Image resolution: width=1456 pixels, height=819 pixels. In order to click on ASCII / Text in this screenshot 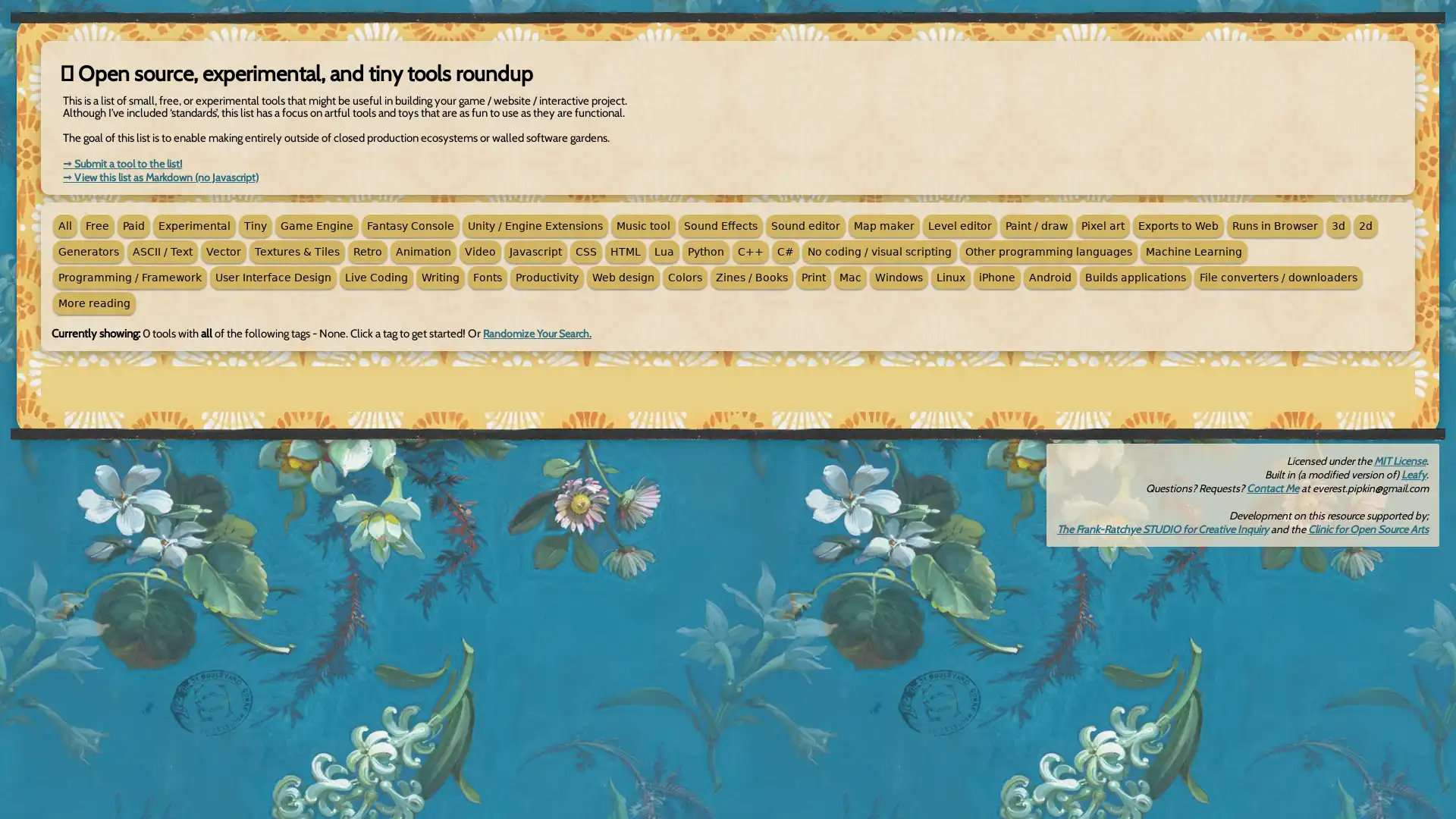, I will do `click(162, 250)`.